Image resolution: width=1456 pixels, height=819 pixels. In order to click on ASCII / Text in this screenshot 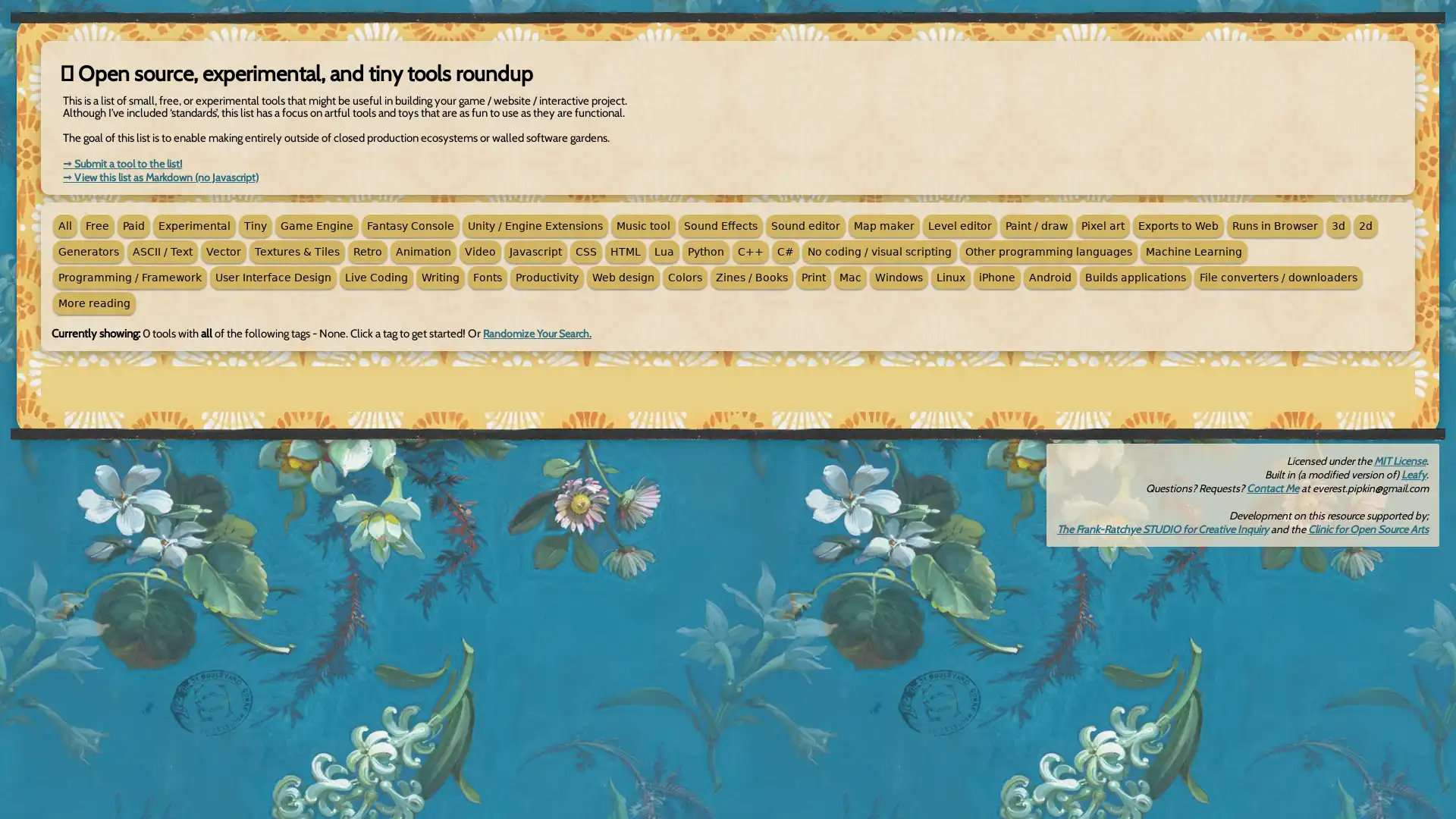, I will do `click(162, 250)`.